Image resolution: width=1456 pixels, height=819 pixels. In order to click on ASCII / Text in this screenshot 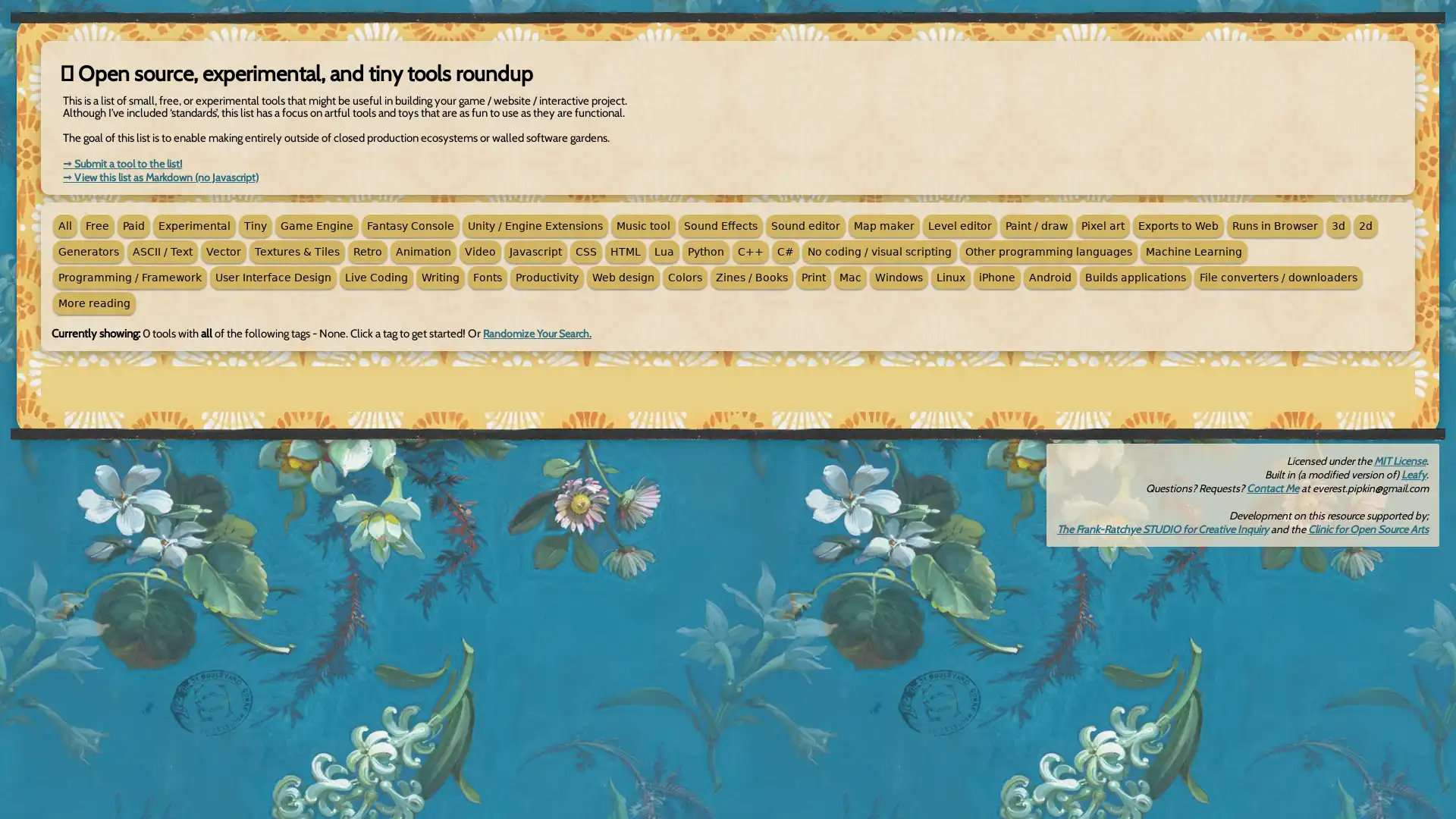, I will do `click(162, 250)`.